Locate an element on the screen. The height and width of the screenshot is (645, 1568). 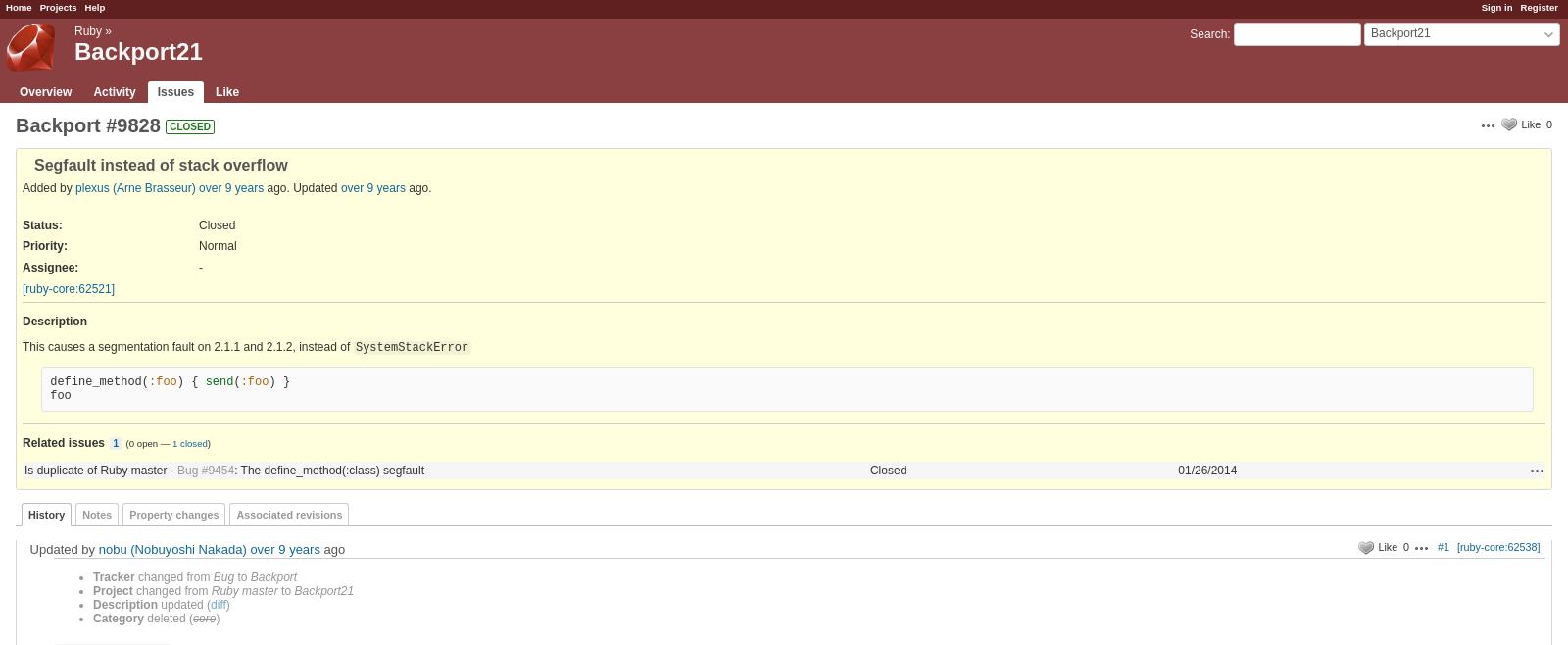
'Property changes' is located at coordinates (172, 514).